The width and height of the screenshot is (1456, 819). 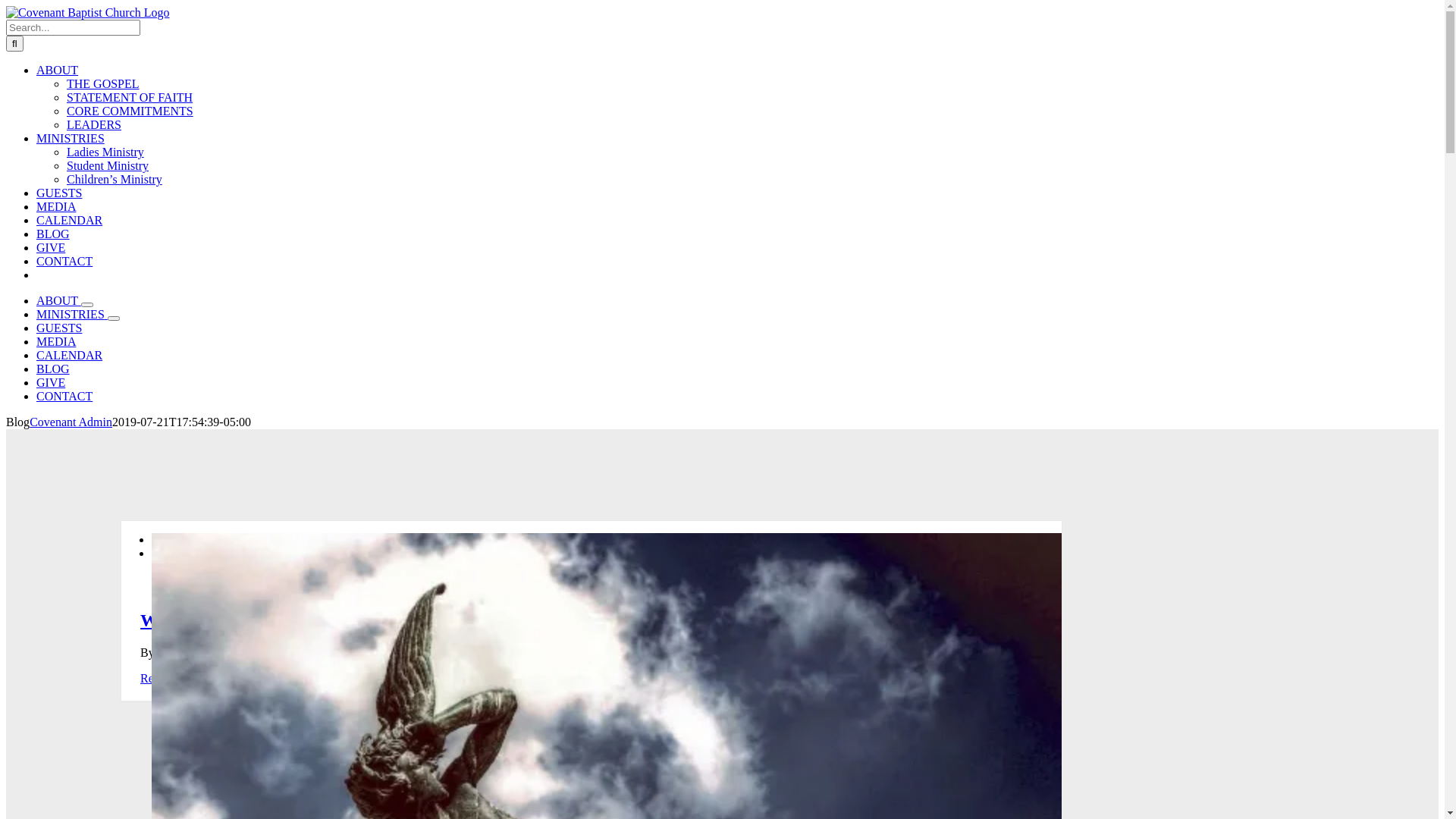 I want to click on 'Covenant Admin', so click(x=29, y=422).